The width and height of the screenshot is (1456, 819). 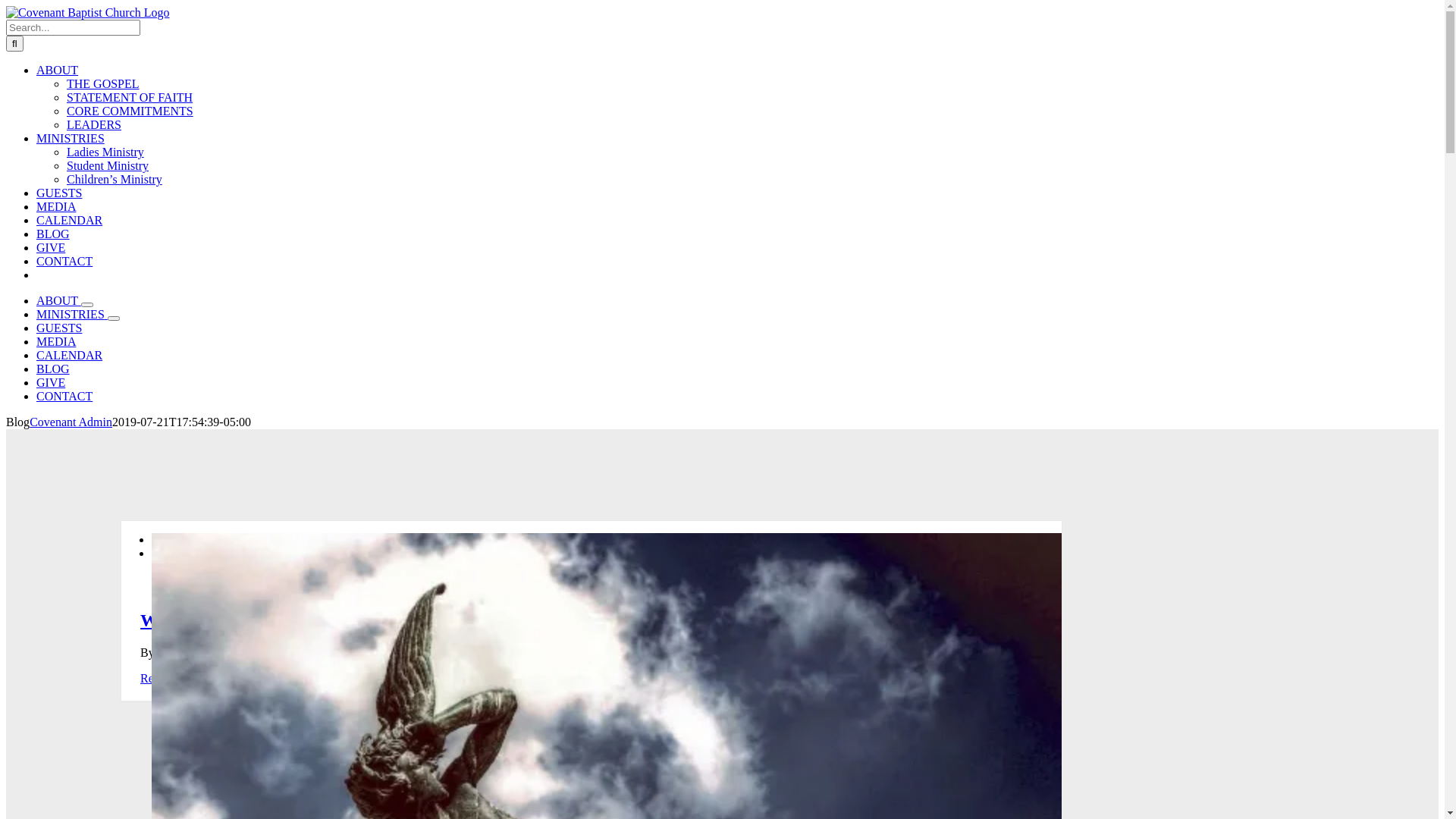 I want to click on 'Covenant Admin', so click(x=29, y=422).